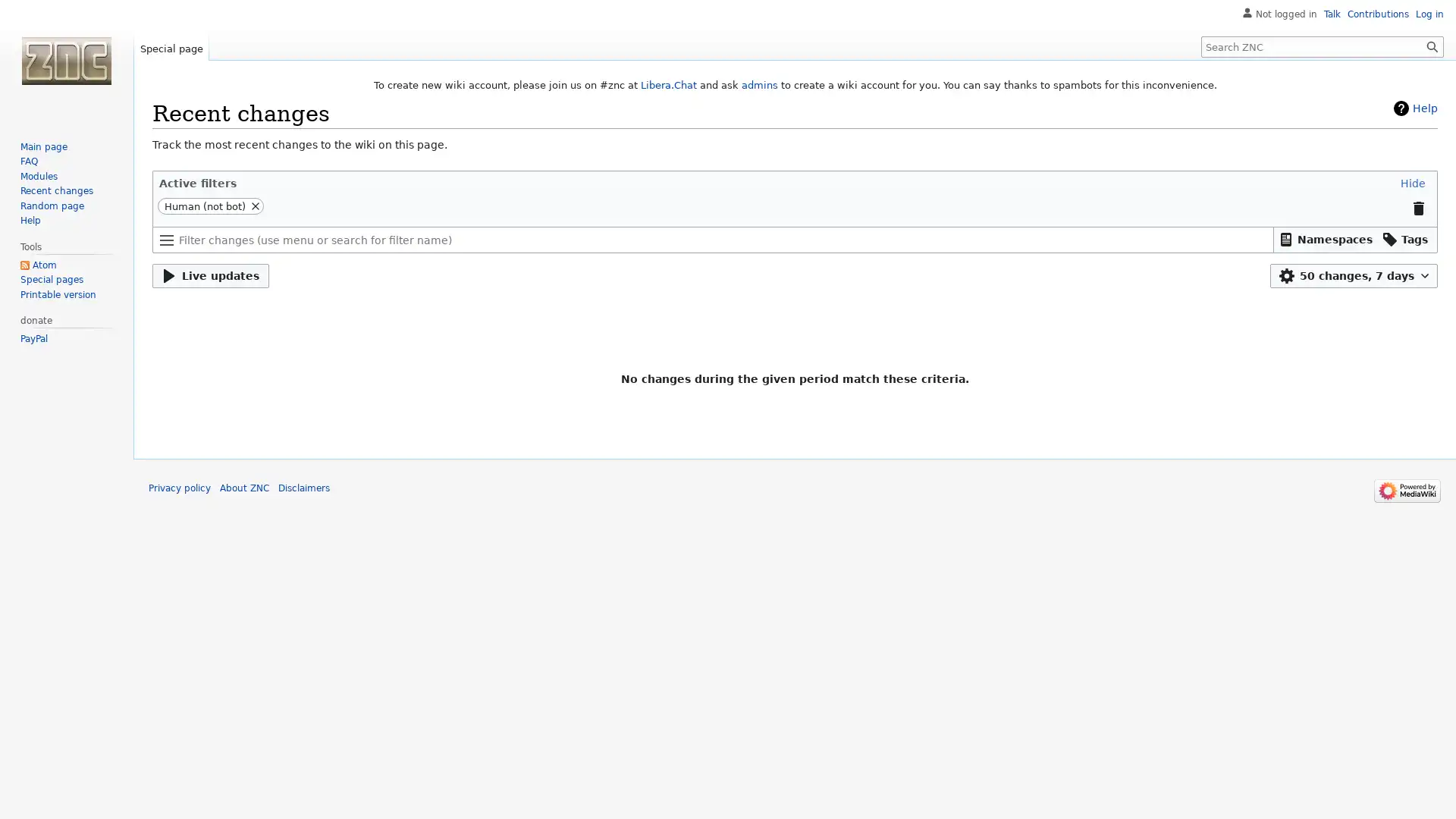  Describe the element at coordinates (1417, 207) in the screenshot. I see `Clear all filters` at that location.